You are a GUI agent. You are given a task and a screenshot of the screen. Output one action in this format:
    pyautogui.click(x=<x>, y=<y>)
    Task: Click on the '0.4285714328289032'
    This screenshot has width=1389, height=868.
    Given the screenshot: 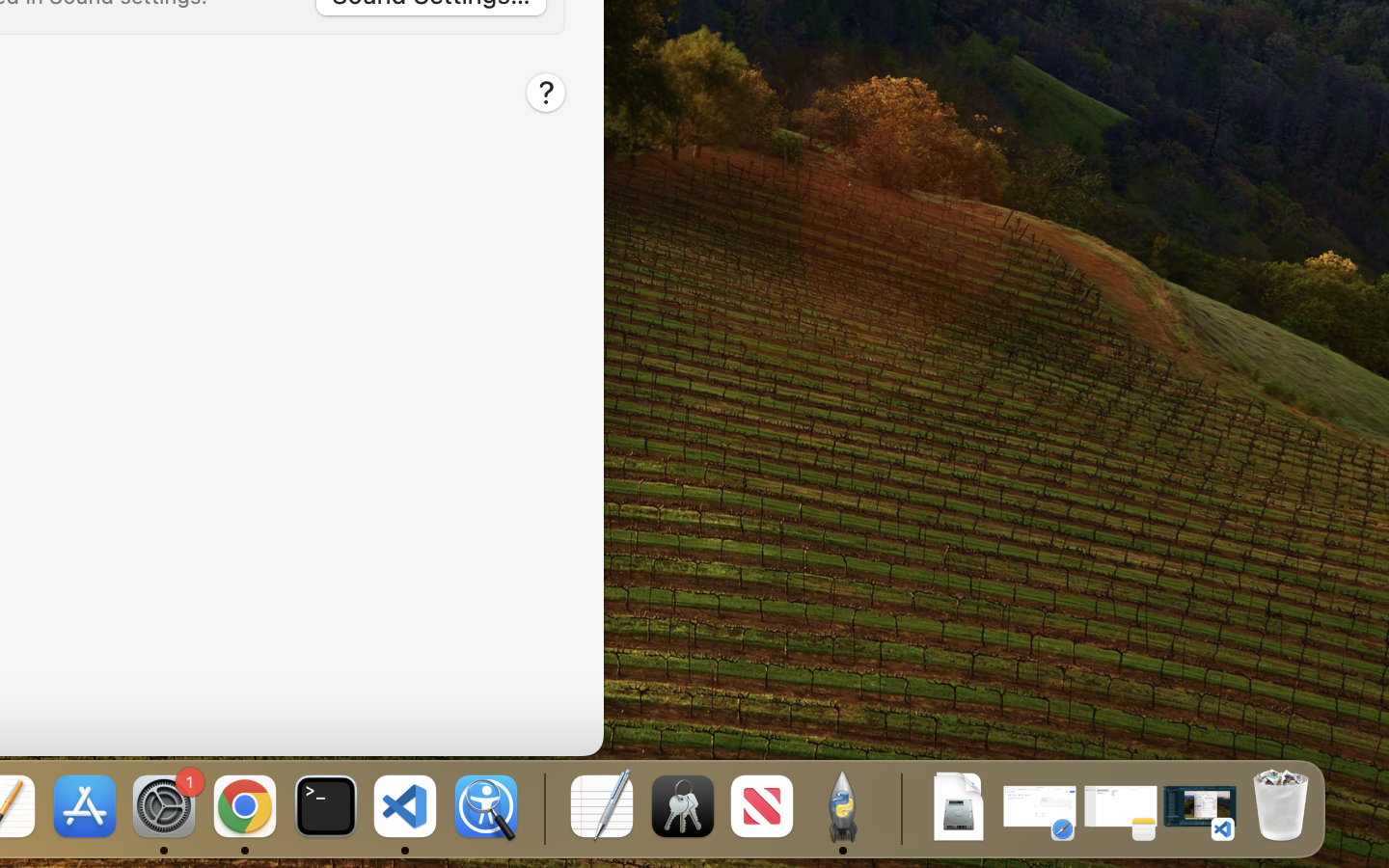 What is the action you would take?
    pyautogui.click(x=542, y=807)
    